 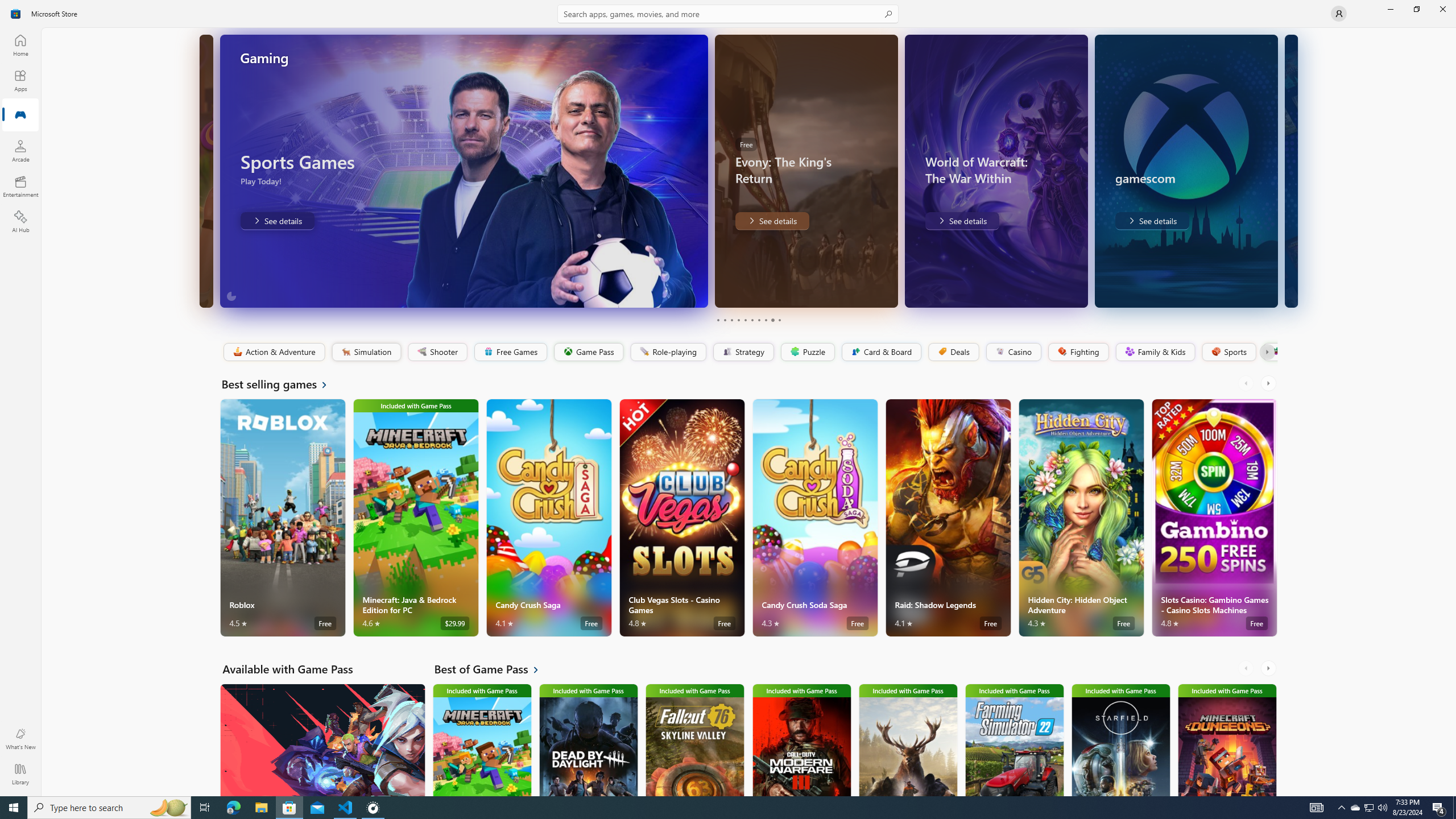 What do you see at coordinates (493, 668) in the screenshot?
I see `'See all  Best of Game Pass'` at bounding box center [493, 668].